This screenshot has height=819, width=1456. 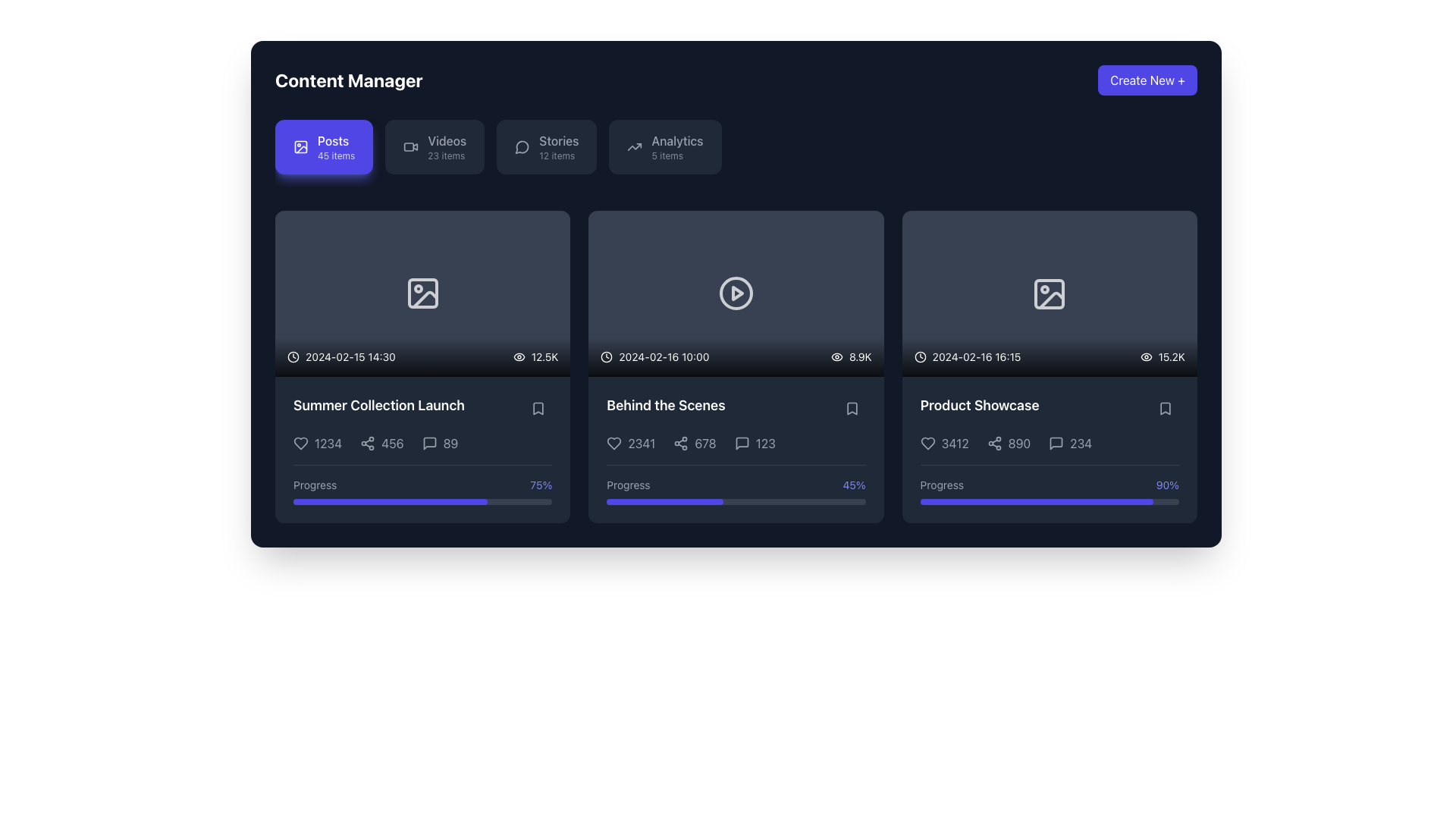 What do you see at coordinates (1048, 444) in the screenshot?
I see `on the Statistics display for likes, shares, and comments, located below the 'Product Showcase' text and above the progress bar` at bounding box center [1048, 444].